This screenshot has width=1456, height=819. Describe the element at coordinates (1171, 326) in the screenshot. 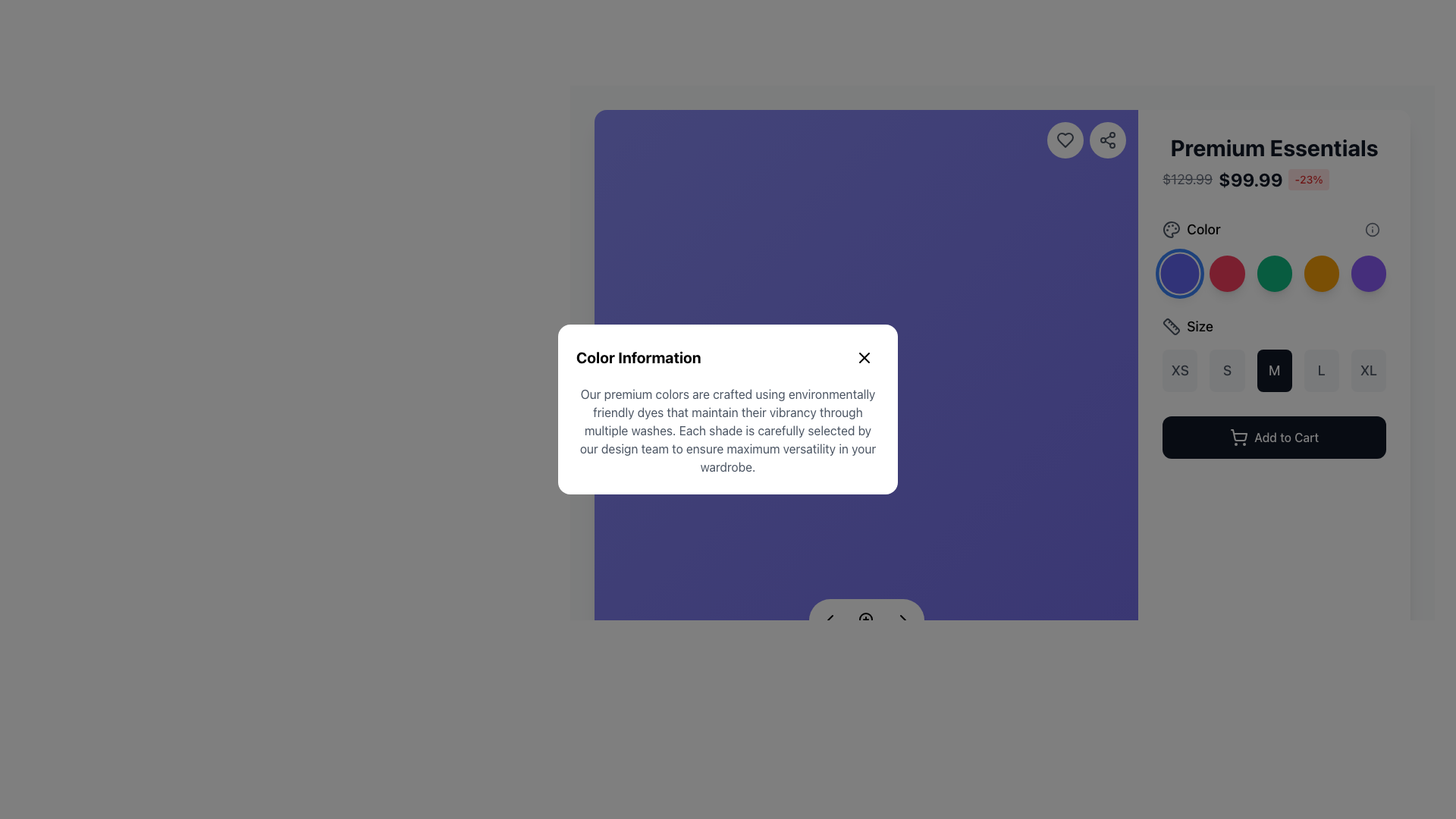

I see `the design of the gray ruler icon located next to the 'Size' label in the product attributes section` at that location.